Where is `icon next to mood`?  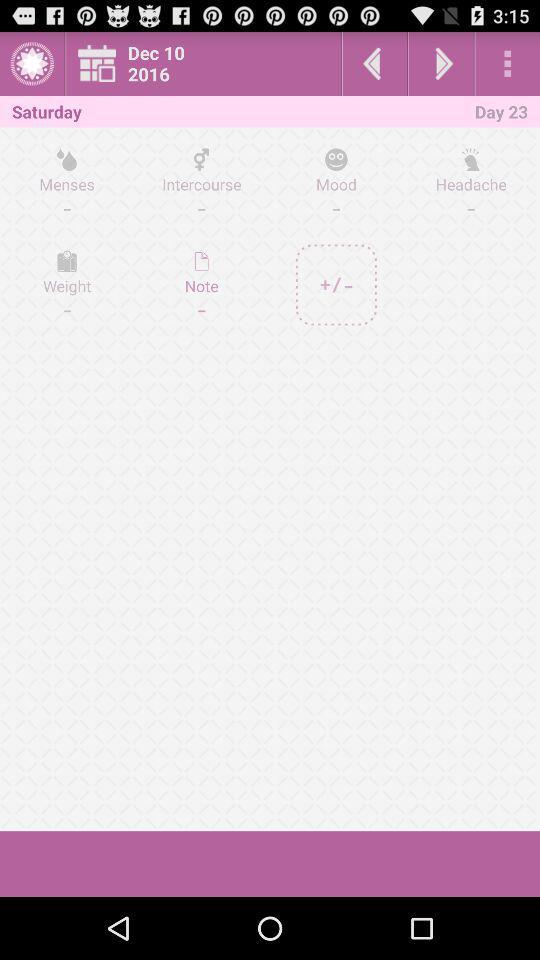 icon next to mood is located at coordinates (201, 183).